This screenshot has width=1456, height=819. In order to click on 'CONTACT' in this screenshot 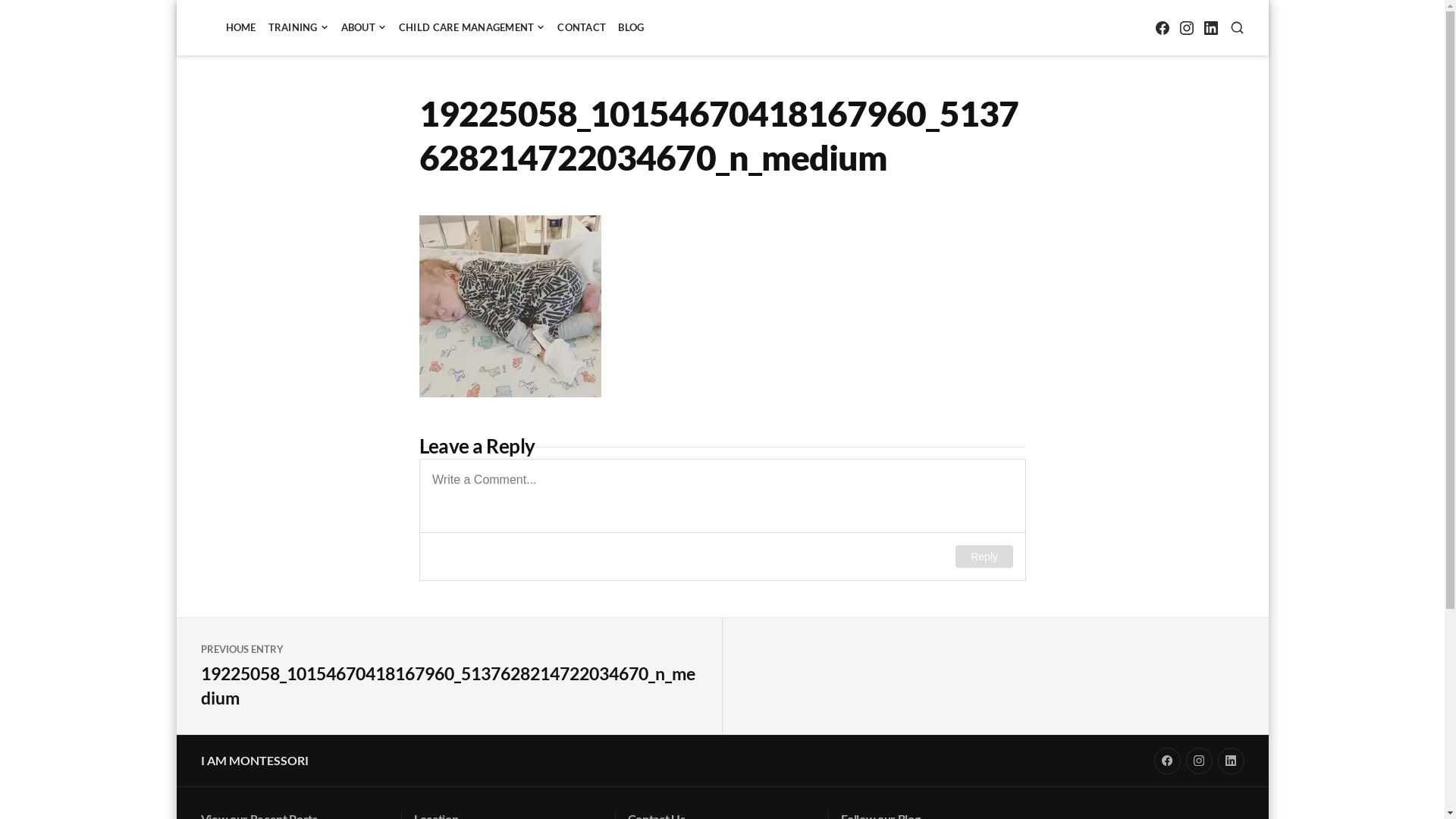, I will do `click(581, 27)`.